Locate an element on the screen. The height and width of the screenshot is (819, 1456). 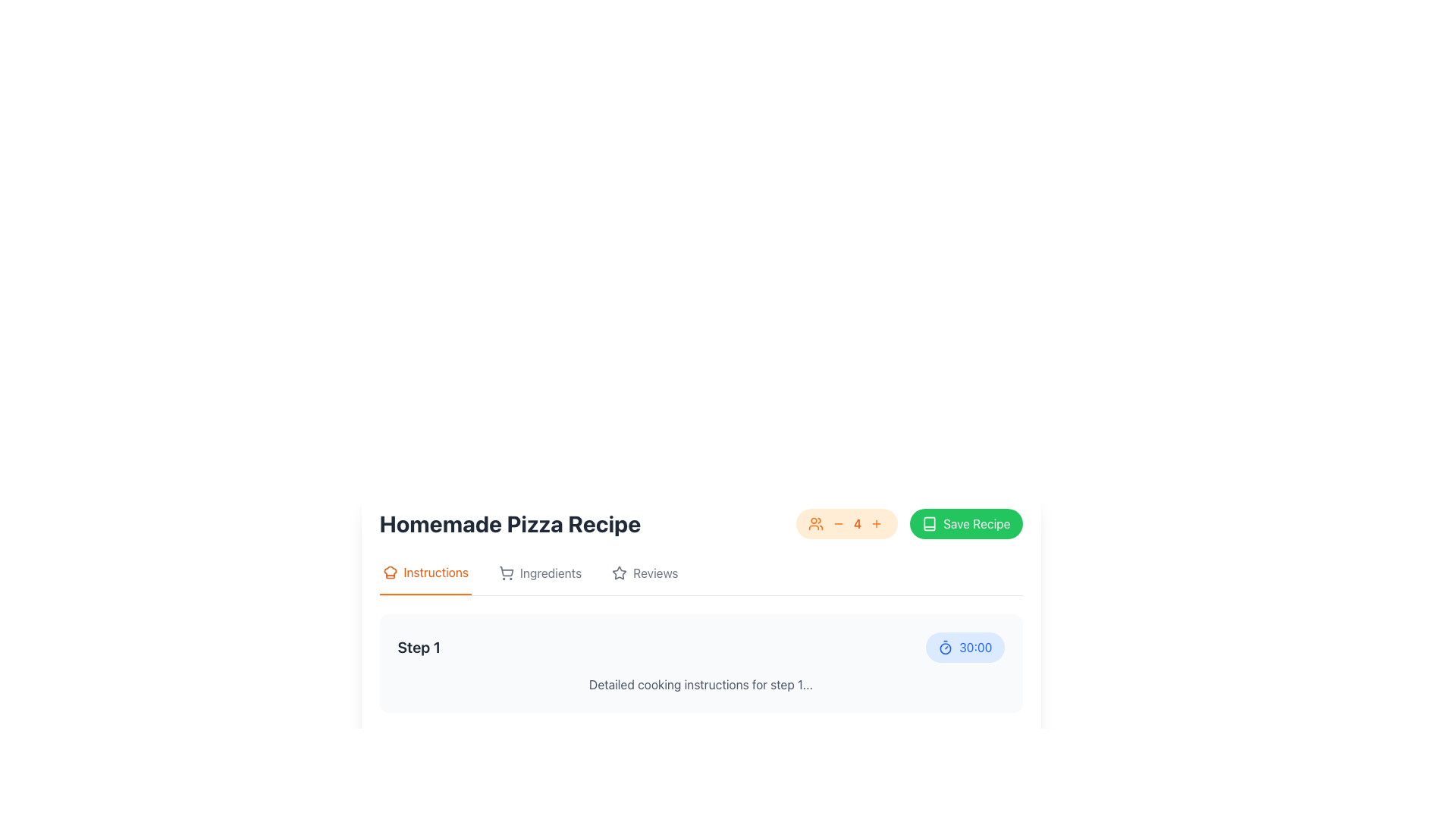
the Text Element that provides detailed instructions for 'Step 1', located next to the time indicator '30:00' is located at coordinates (700, 684).